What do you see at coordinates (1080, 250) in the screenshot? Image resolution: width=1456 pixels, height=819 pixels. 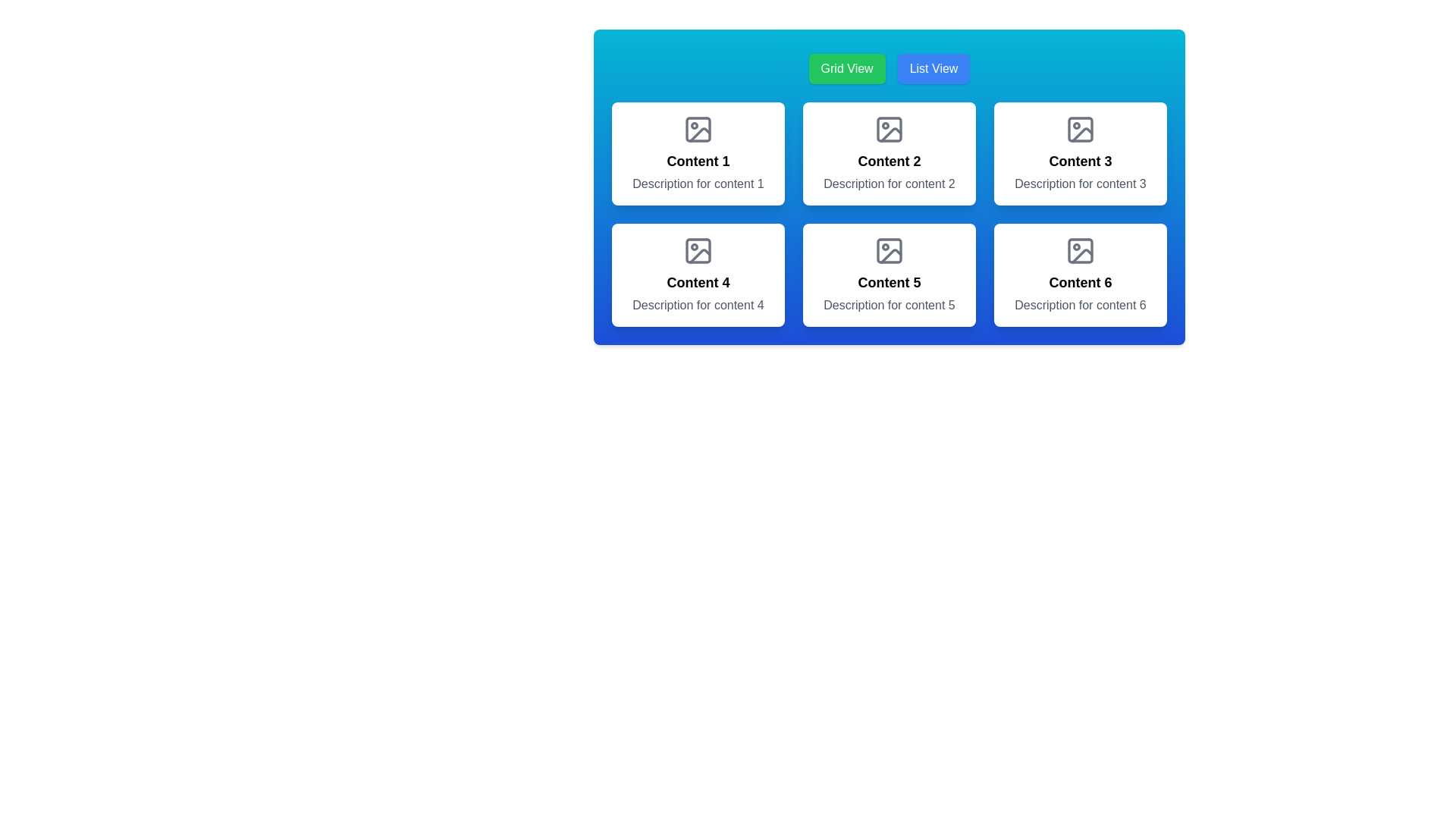 I see `the graphical icon that depicts an image placeholder, which is styled with a rounded rectangle, a circular dot, and a diagonal line, located at the top center of the 'Content 6' card` at bounding box center [1080, 250].